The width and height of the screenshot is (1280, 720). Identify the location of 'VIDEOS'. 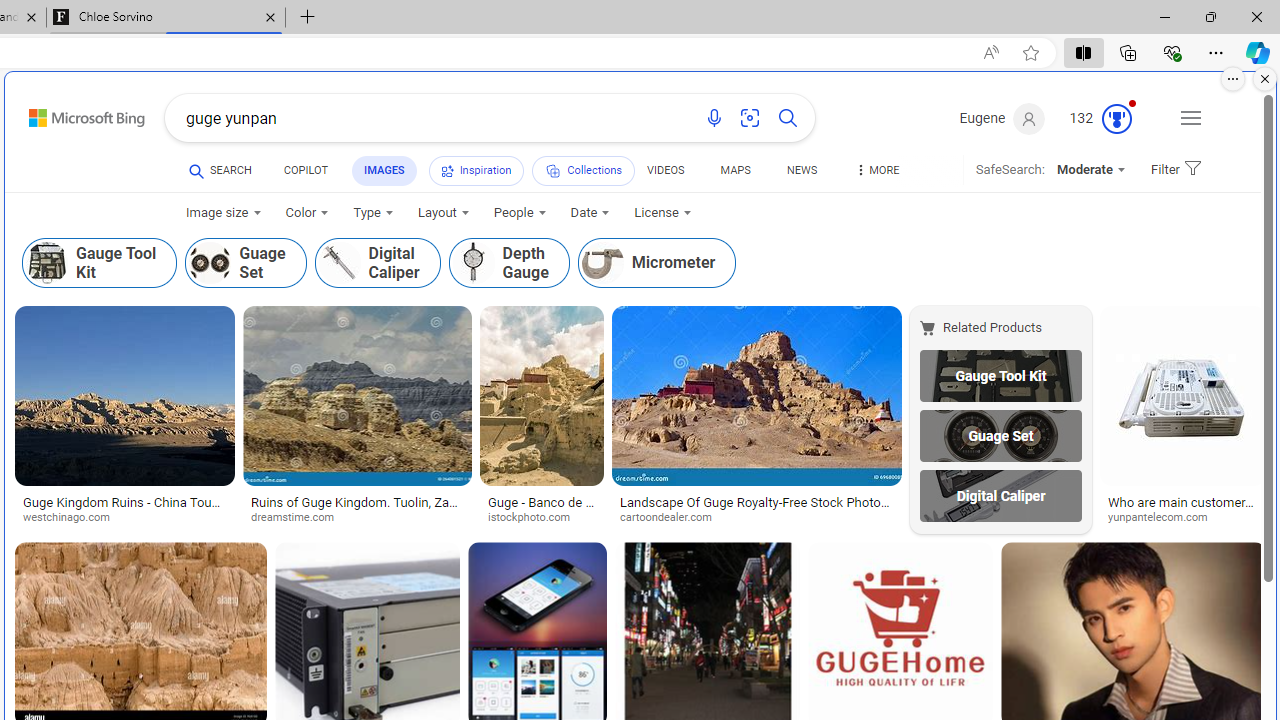
(665, 170).